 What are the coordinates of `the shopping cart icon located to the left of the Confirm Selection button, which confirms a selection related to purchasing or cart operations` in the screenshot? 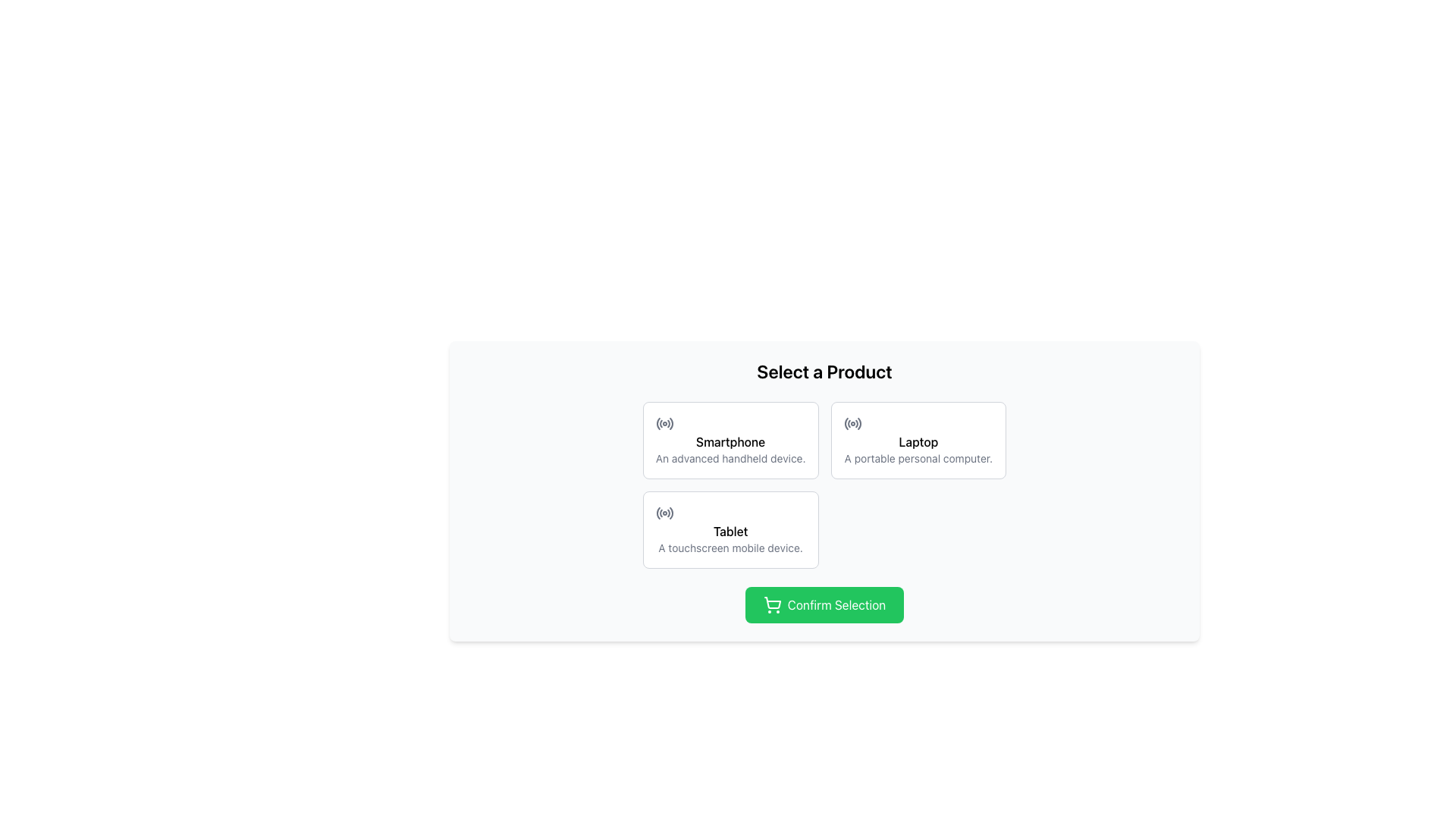 It's located at (772, 604).